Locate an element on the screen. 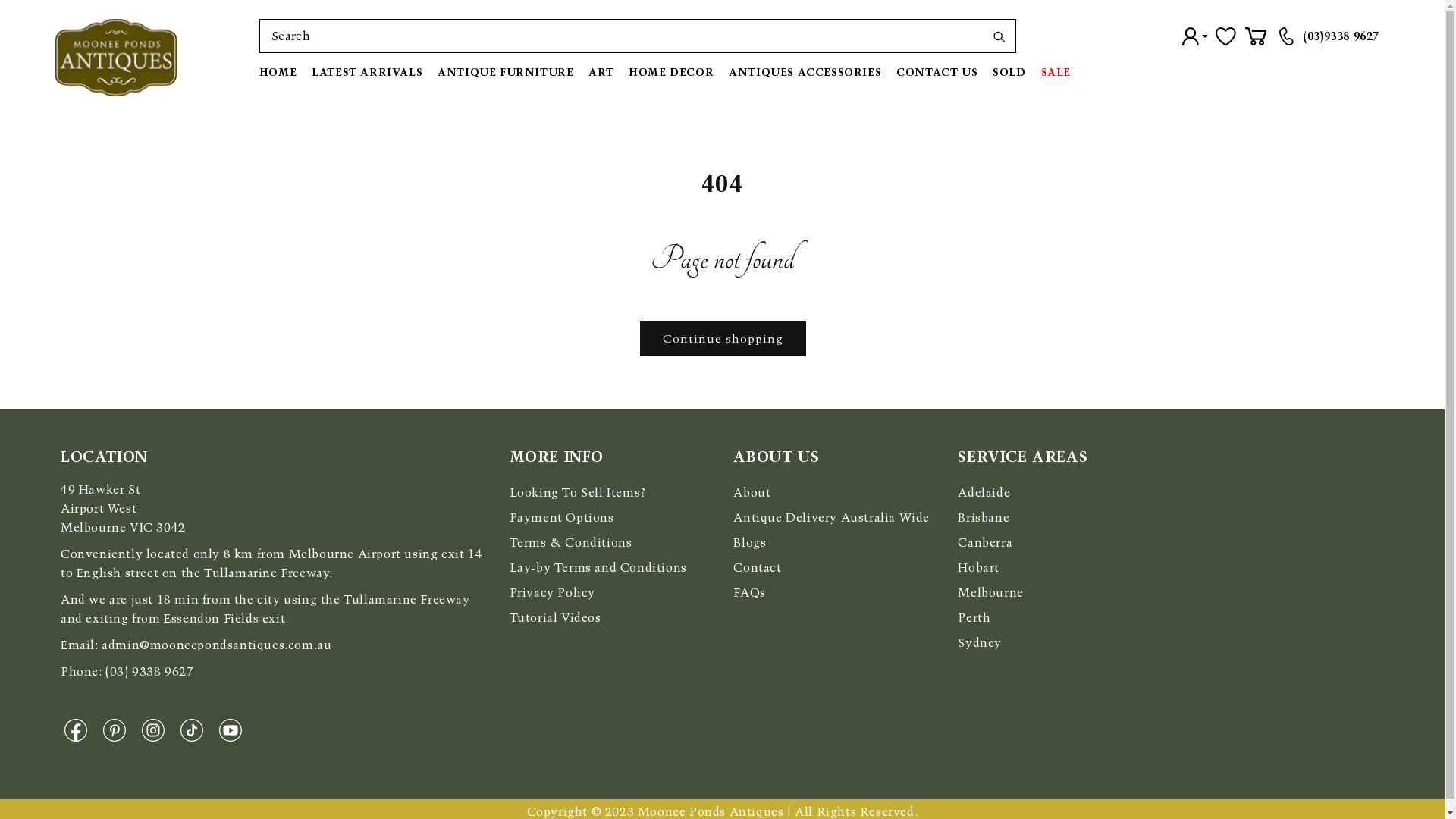 Image resolution: width=1456 pixels, height=819 pixels. 'Hobart' is located at coordinates (978, 567).